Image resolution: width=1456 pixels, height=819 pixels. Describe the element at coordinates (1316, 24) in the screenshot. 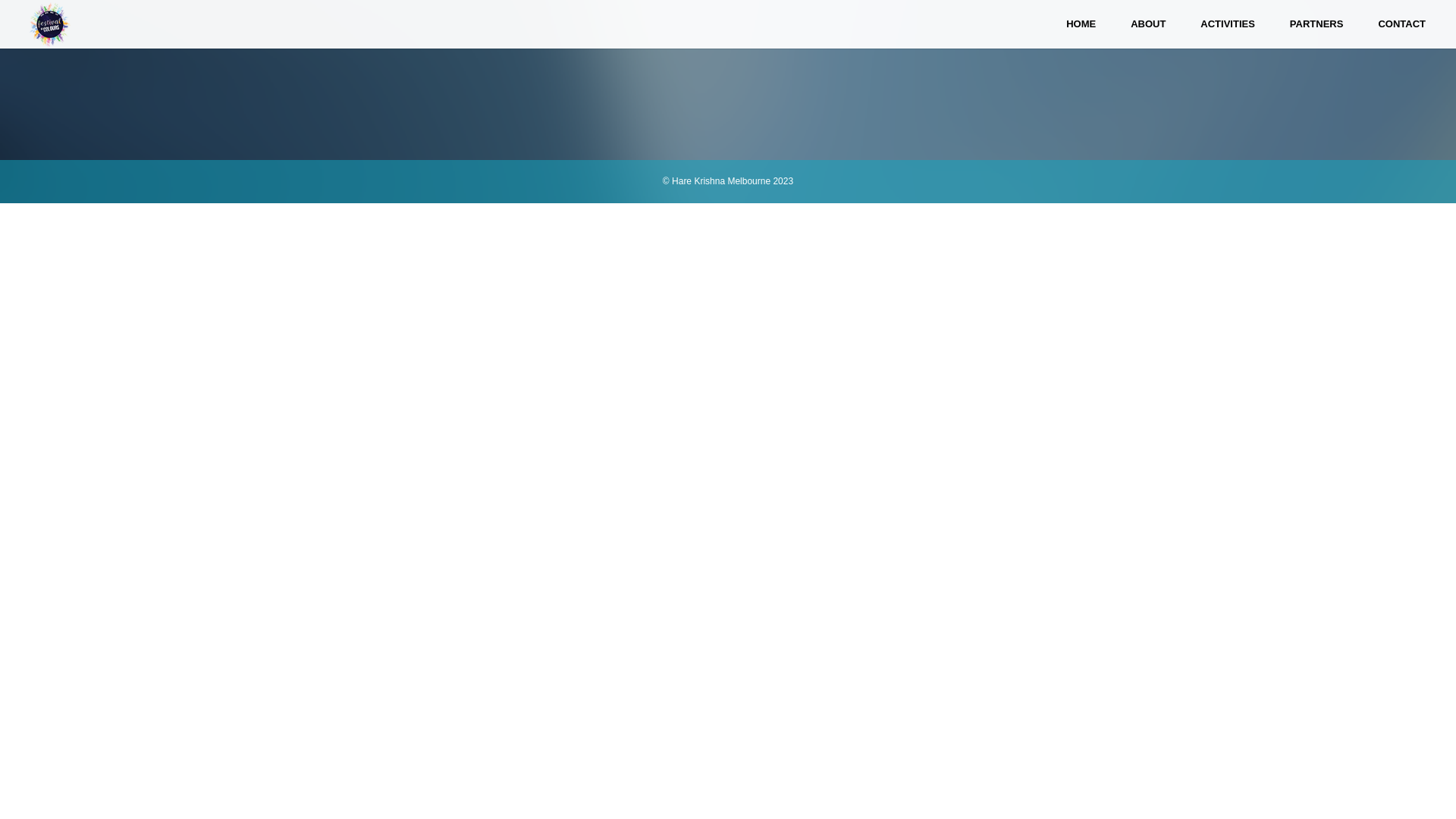

I see `'PARTNERS'` at that location.